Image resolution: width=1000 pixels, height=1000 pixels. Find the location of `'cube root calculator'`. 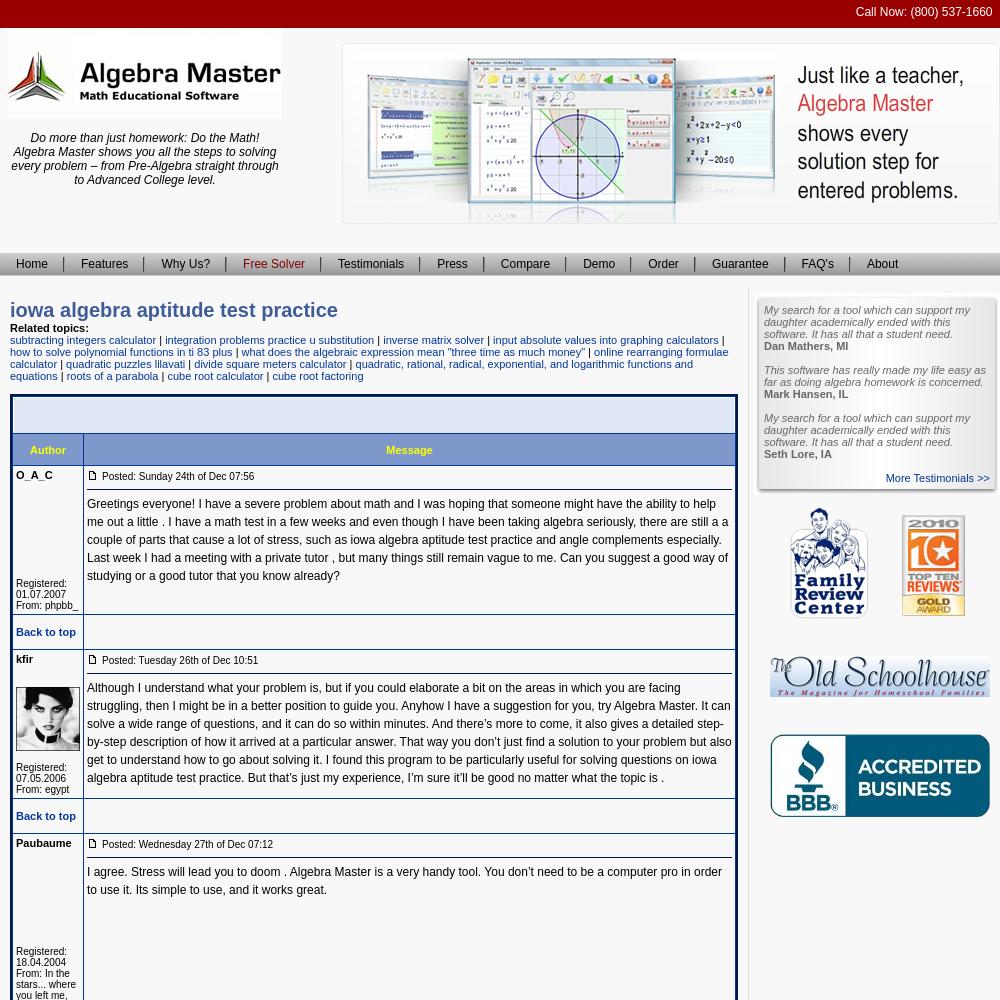

'cube root calculator' is located at coordinates (214, 376).